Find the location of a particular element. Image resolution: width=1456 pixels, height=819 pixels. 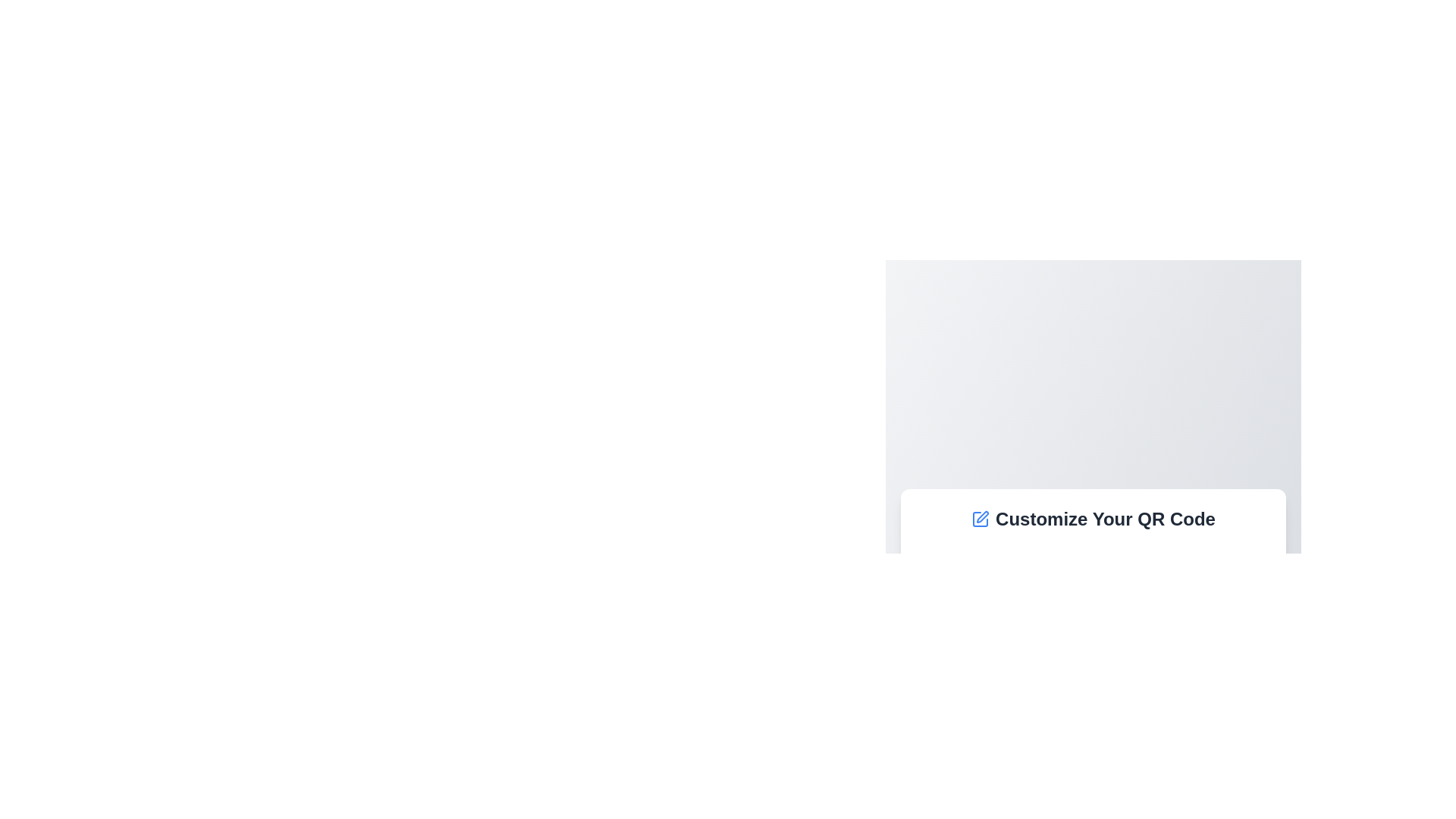

the Text Display with Icon that reads 'Customize Your QR Code', which has a small blue pen icon on its left side is located at coordinates (1093, 519).